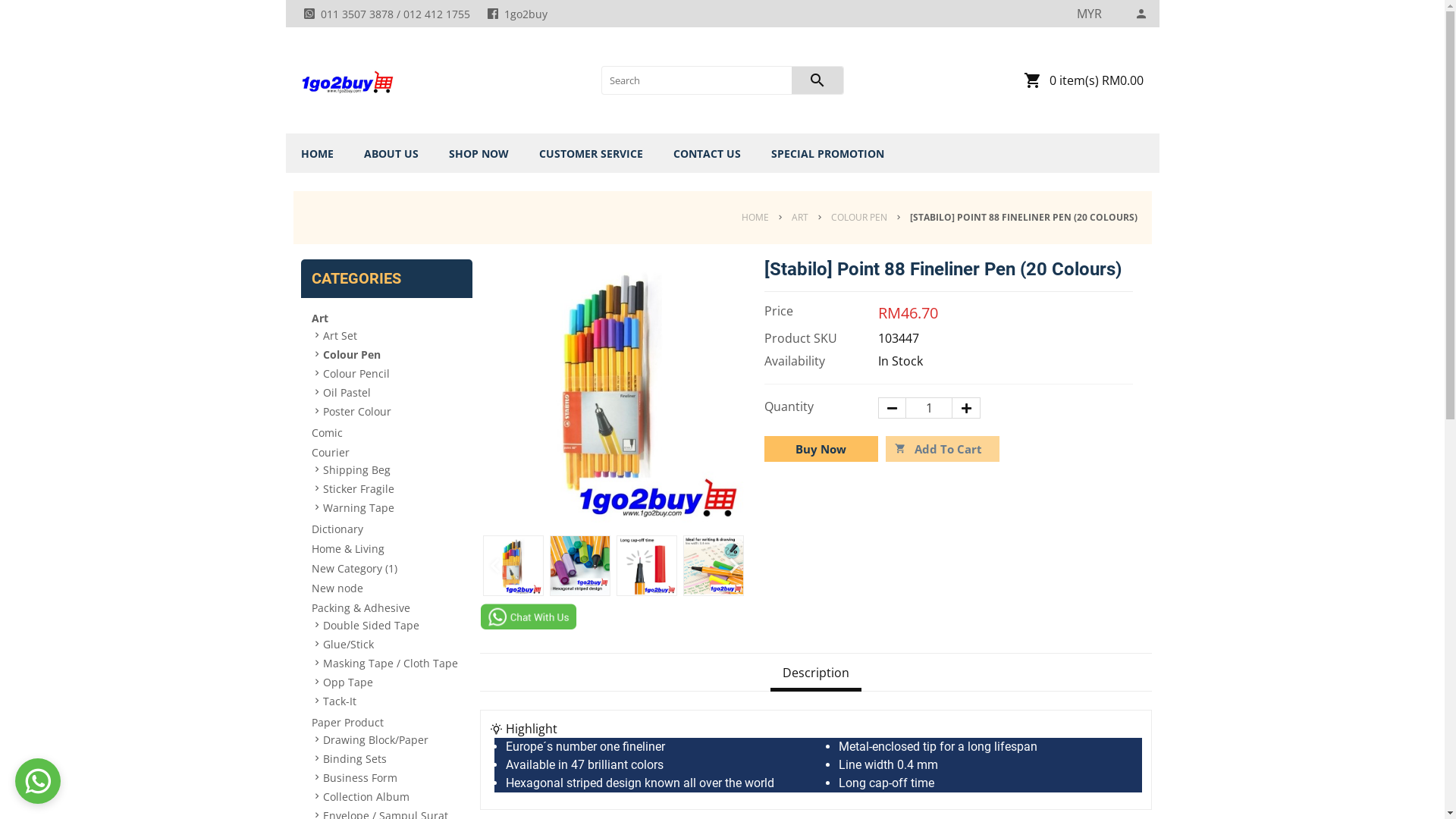 This screenshot has width=1456, height=819. What do you see at coordinates (858, 217) in the screenshot?
I see `'COLOUR PEN'` at bounding box center [858, 217].